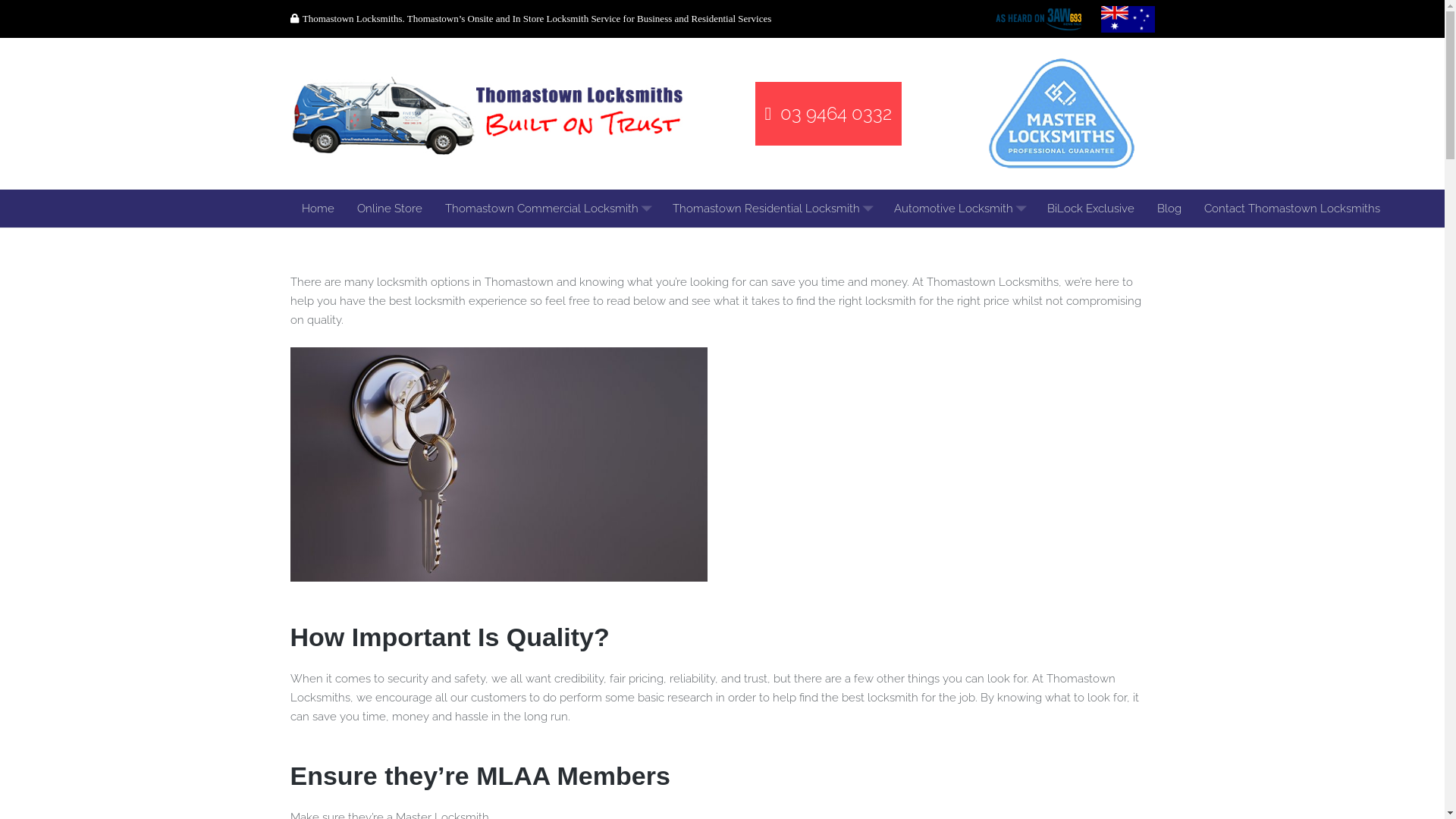 This screenshot has width=1456, height=819. What do you see at coordinates (1090, 208) in the screenshot?
I see `'BiLock Exclusive'` at bounding box center [1090, 208].